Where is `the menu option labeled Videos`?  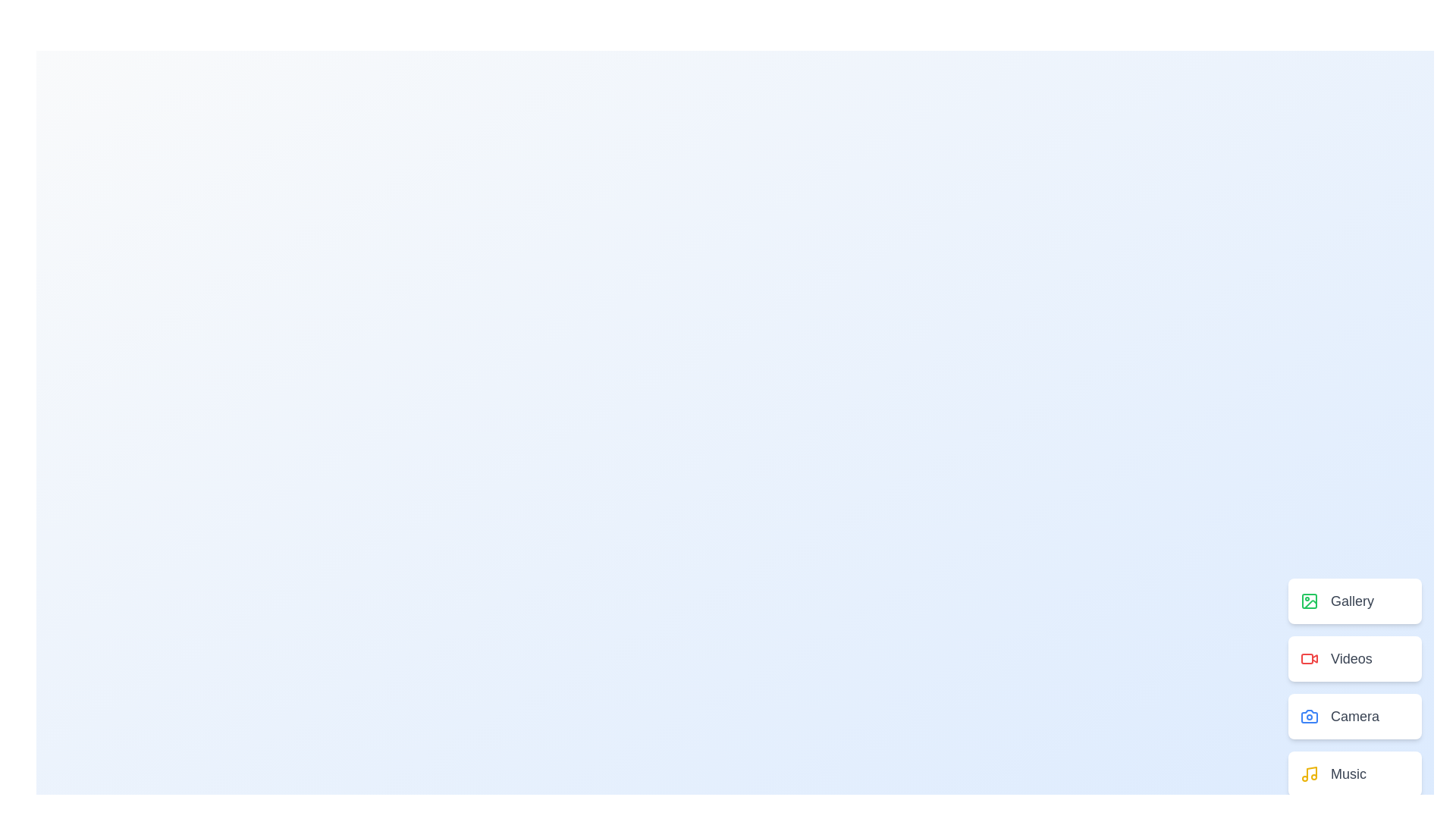 the menu option labeled Videos is located at coordinates (1354, 657).